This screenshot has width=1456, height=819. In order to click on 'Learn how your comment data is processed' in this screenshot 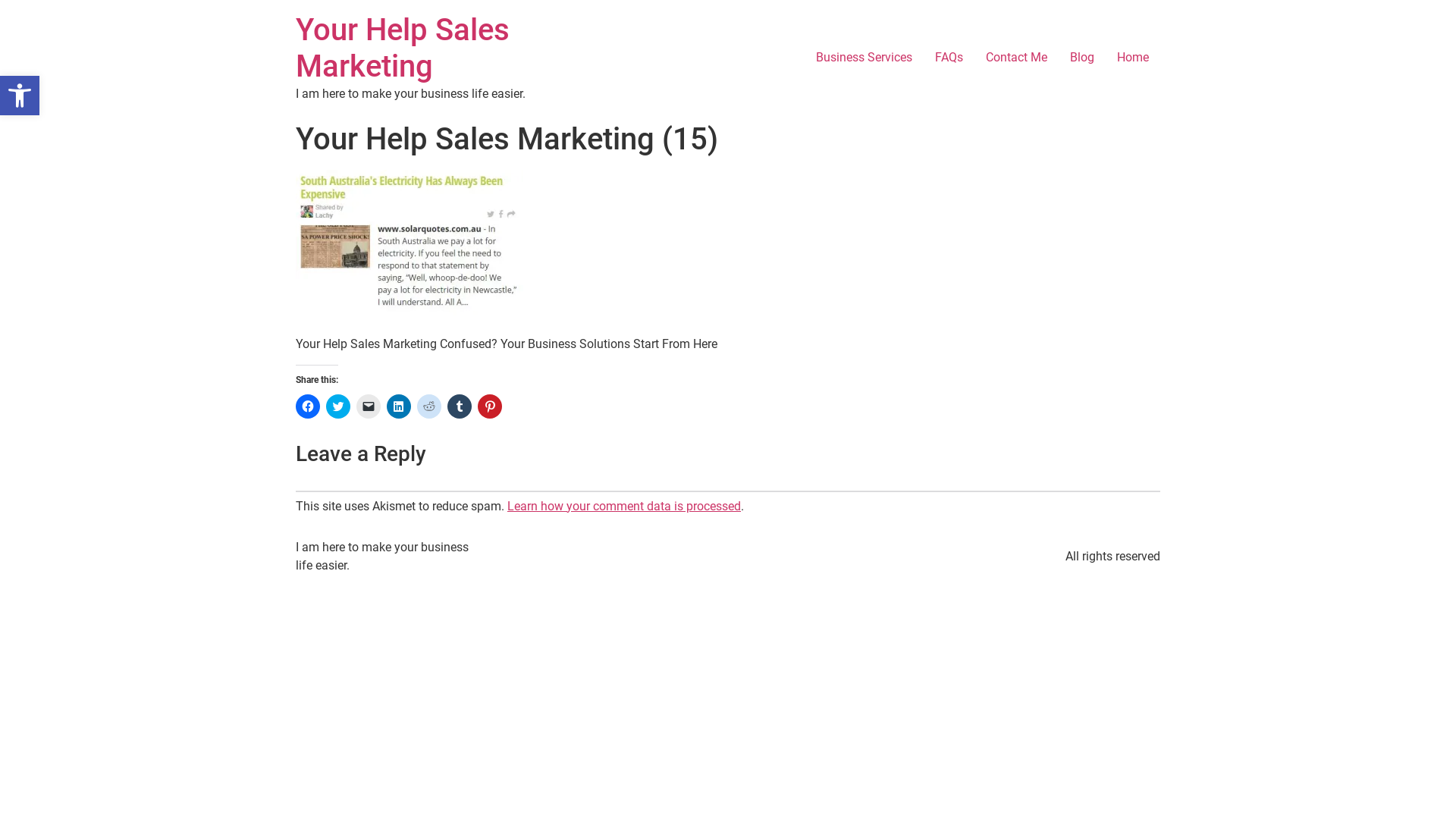, I will do `click(623, 506)`.